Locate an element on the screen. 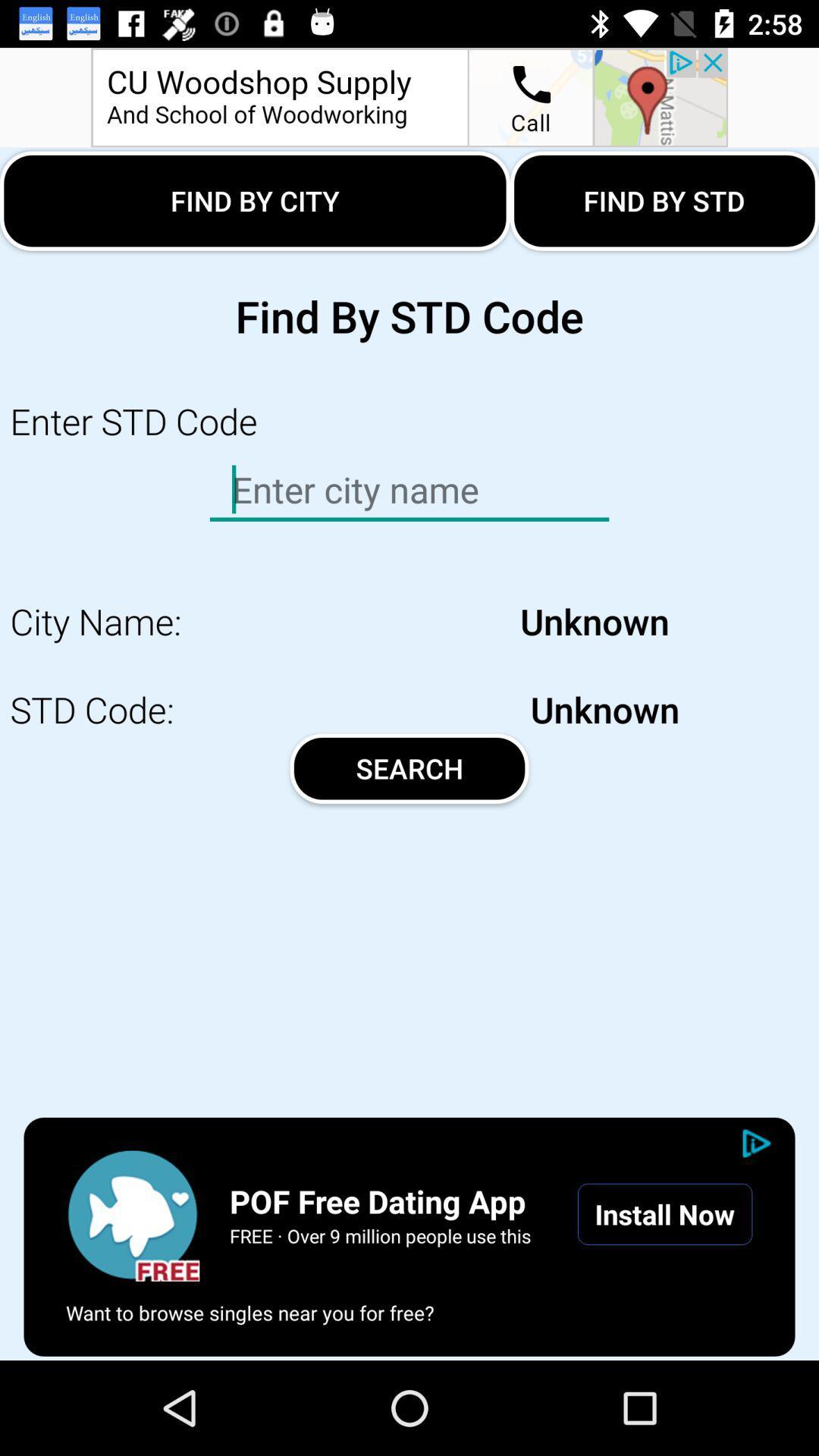 Image resolution: width=819 pixels, height=1456 pixels. text is located at coordinates (409, 490).